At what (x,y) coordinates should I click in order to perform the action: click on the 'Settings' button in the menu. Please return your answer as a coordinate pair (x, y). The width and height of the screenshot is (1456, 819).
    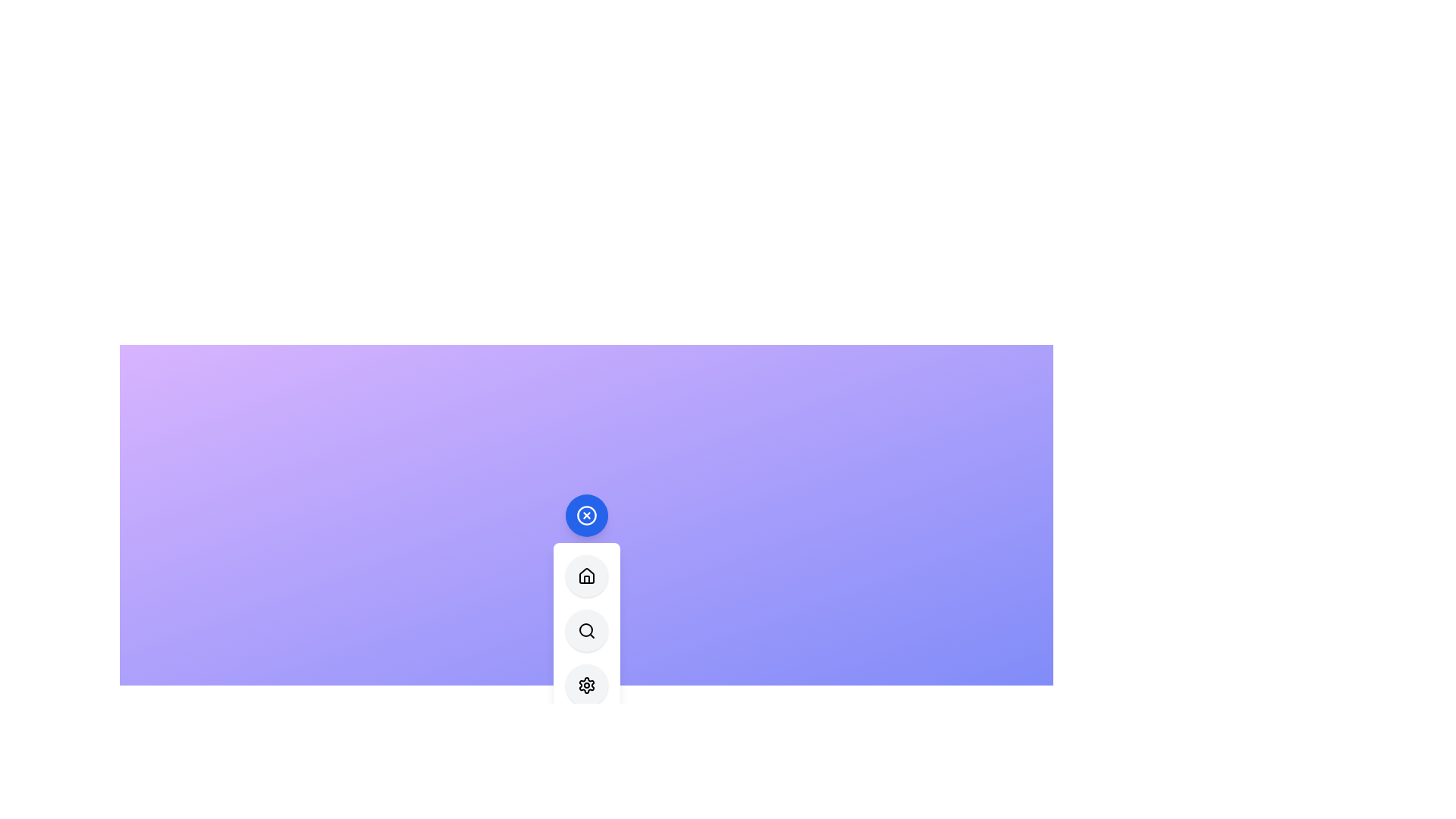
    Looking at the image, I should click on (585, 685).